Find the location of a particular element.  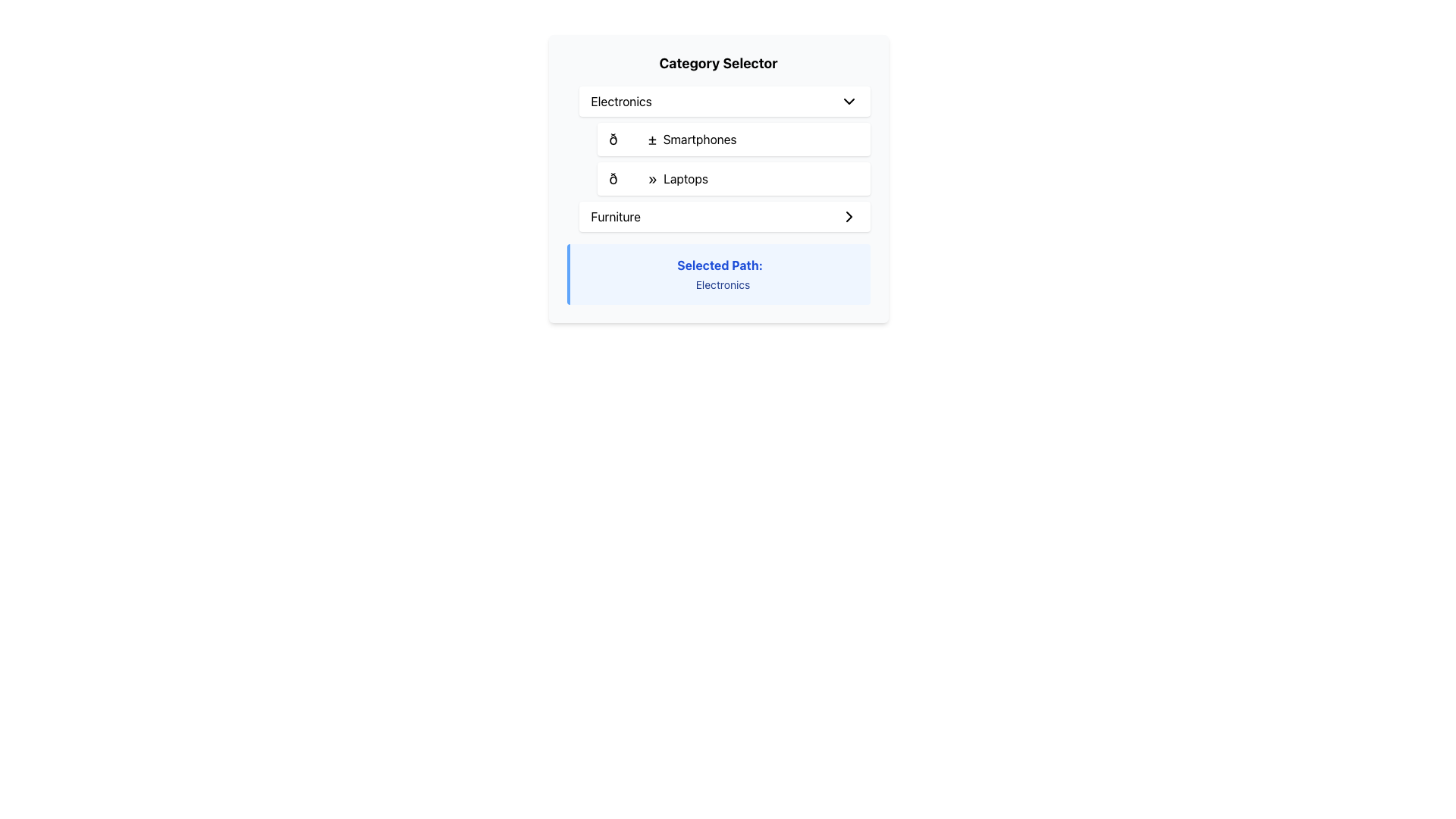

'Smartphones' category label, which is the second text label in a vertically aligned list, positioned to the right of an icon is located at coordinates (699, 140).